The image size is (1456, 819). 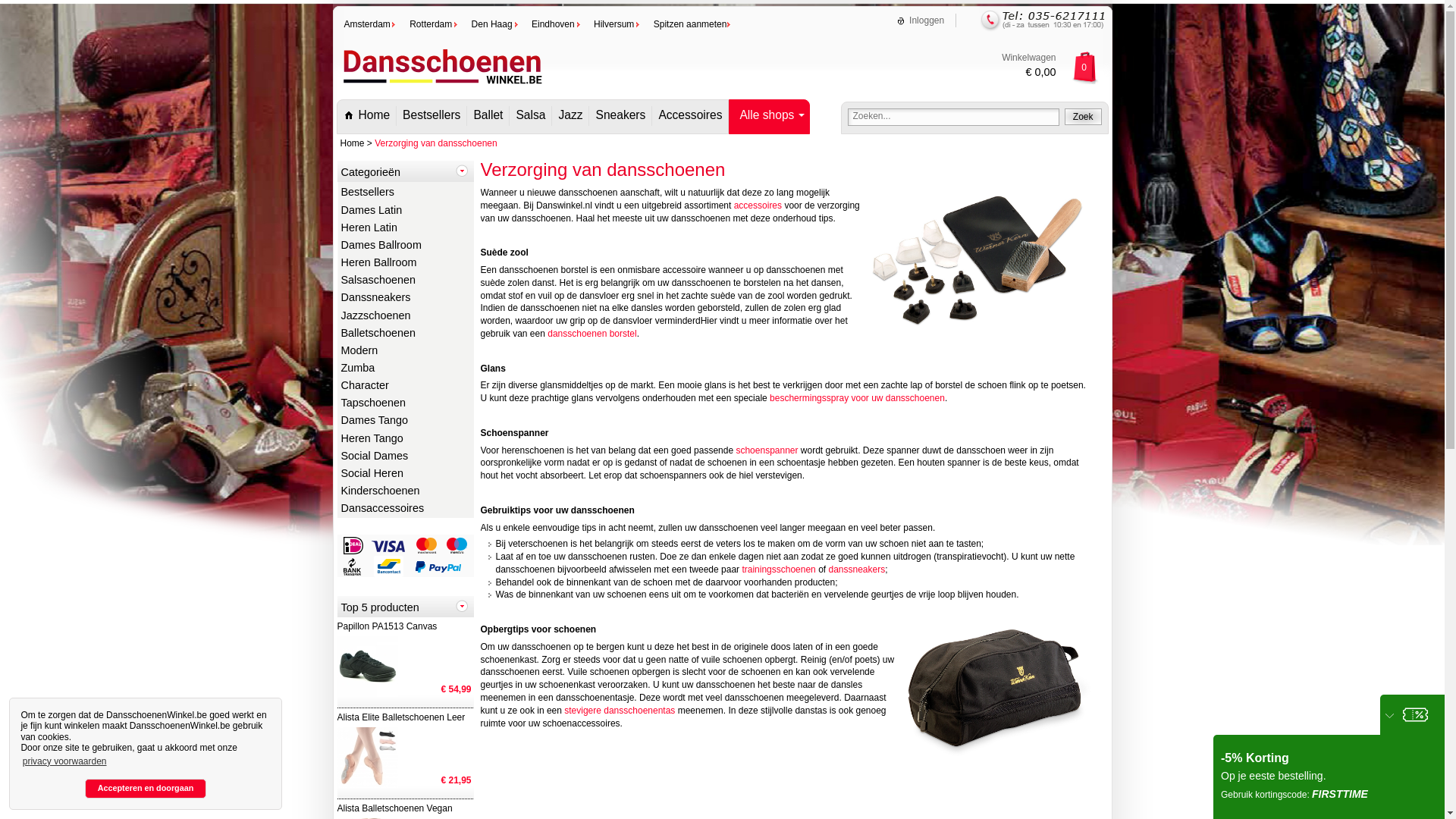 What do you see at coordinates (404, 211) in the screenshot?
I see `'Dames Latin'` at bounding box center [404, 211].